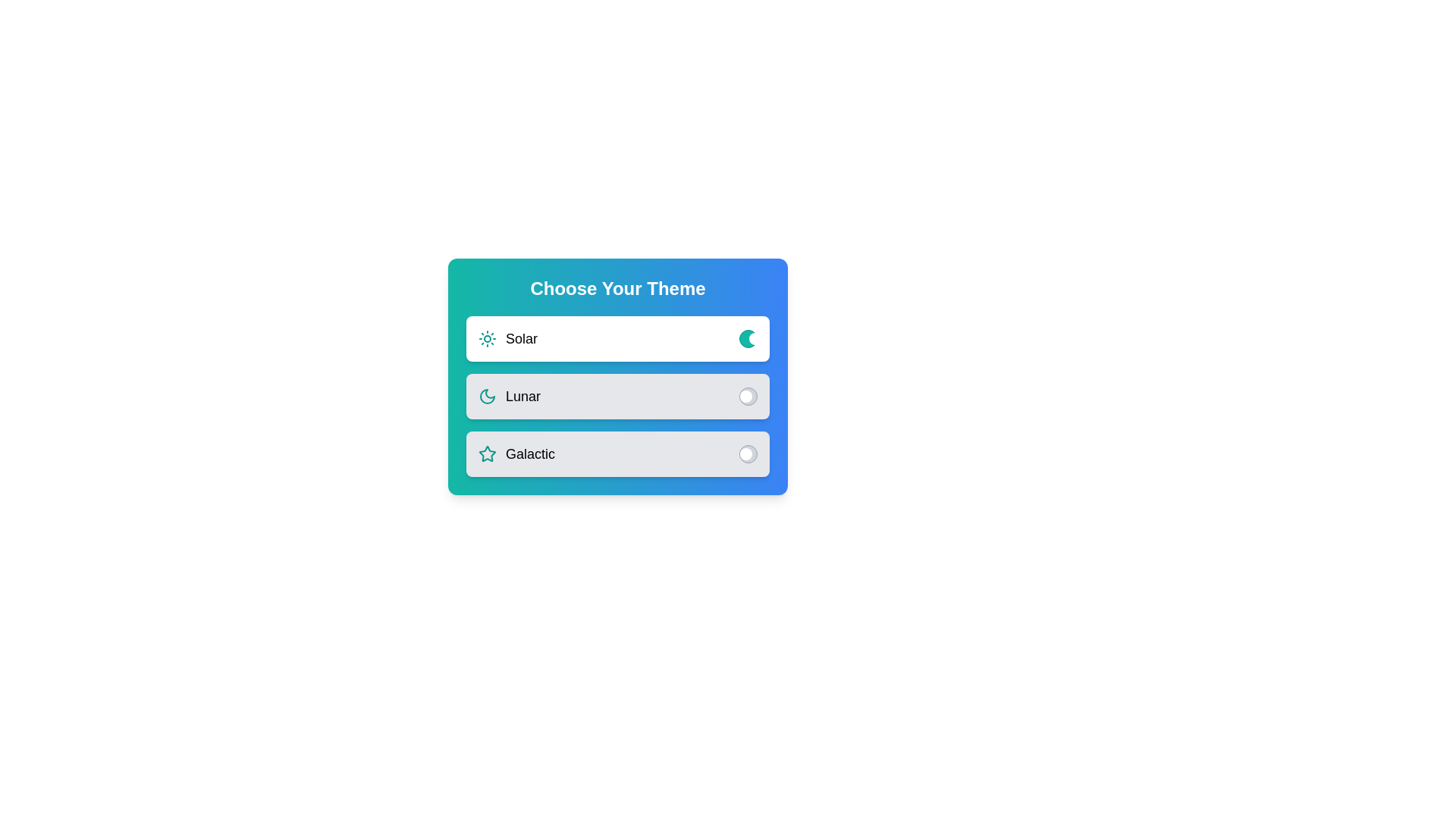 The height and width of the screenshot is (819, 1456). I want to click on the toggle button for the Galactic theme, so click(748, 453).